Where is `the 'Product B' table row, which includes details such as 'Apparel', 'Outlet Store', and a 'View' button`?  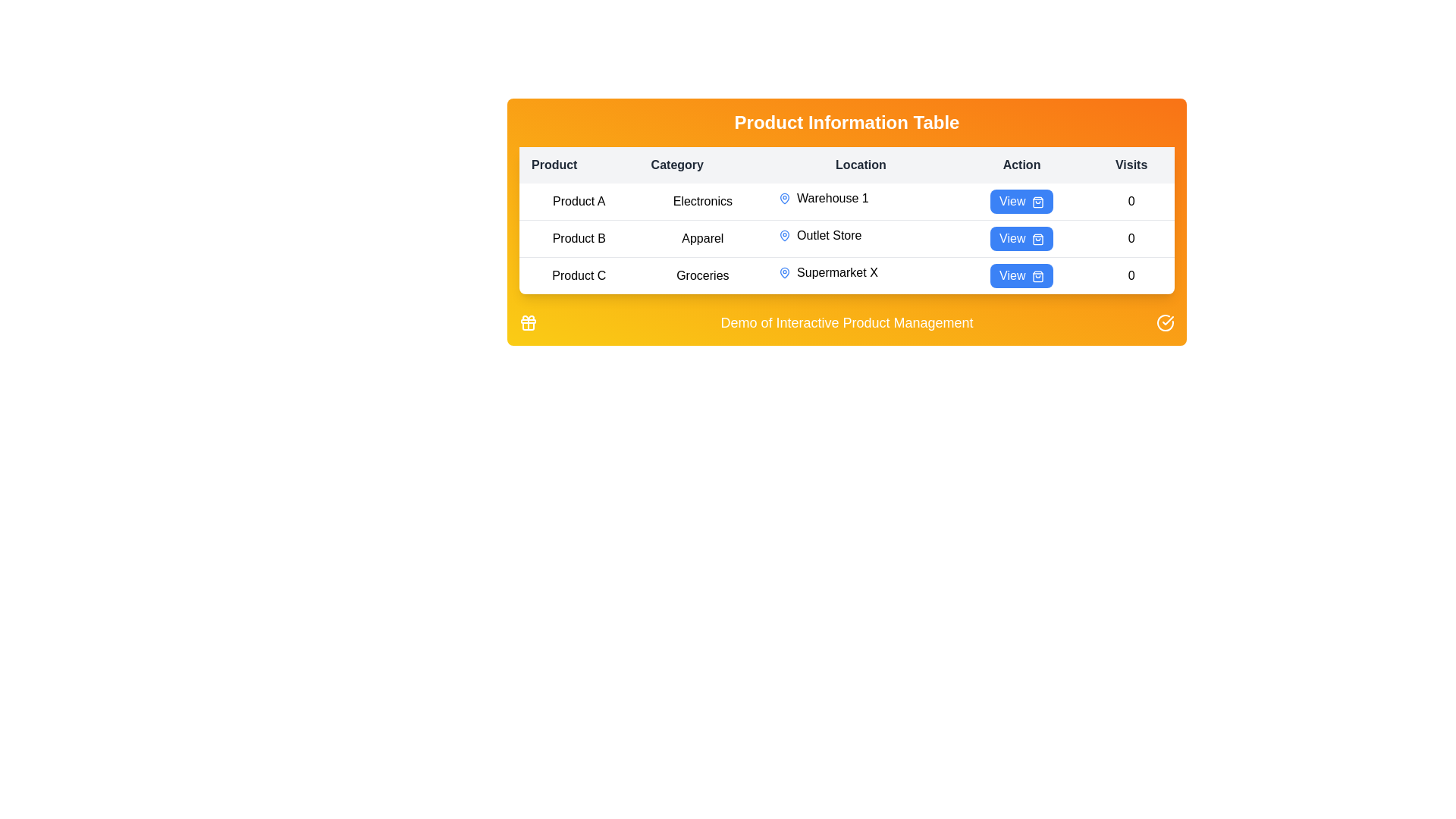
the 'Product B' table row, which includes details such as 'Apparel', 'Outlet Store', and a 'View' button is located at coordinates (846, 239).